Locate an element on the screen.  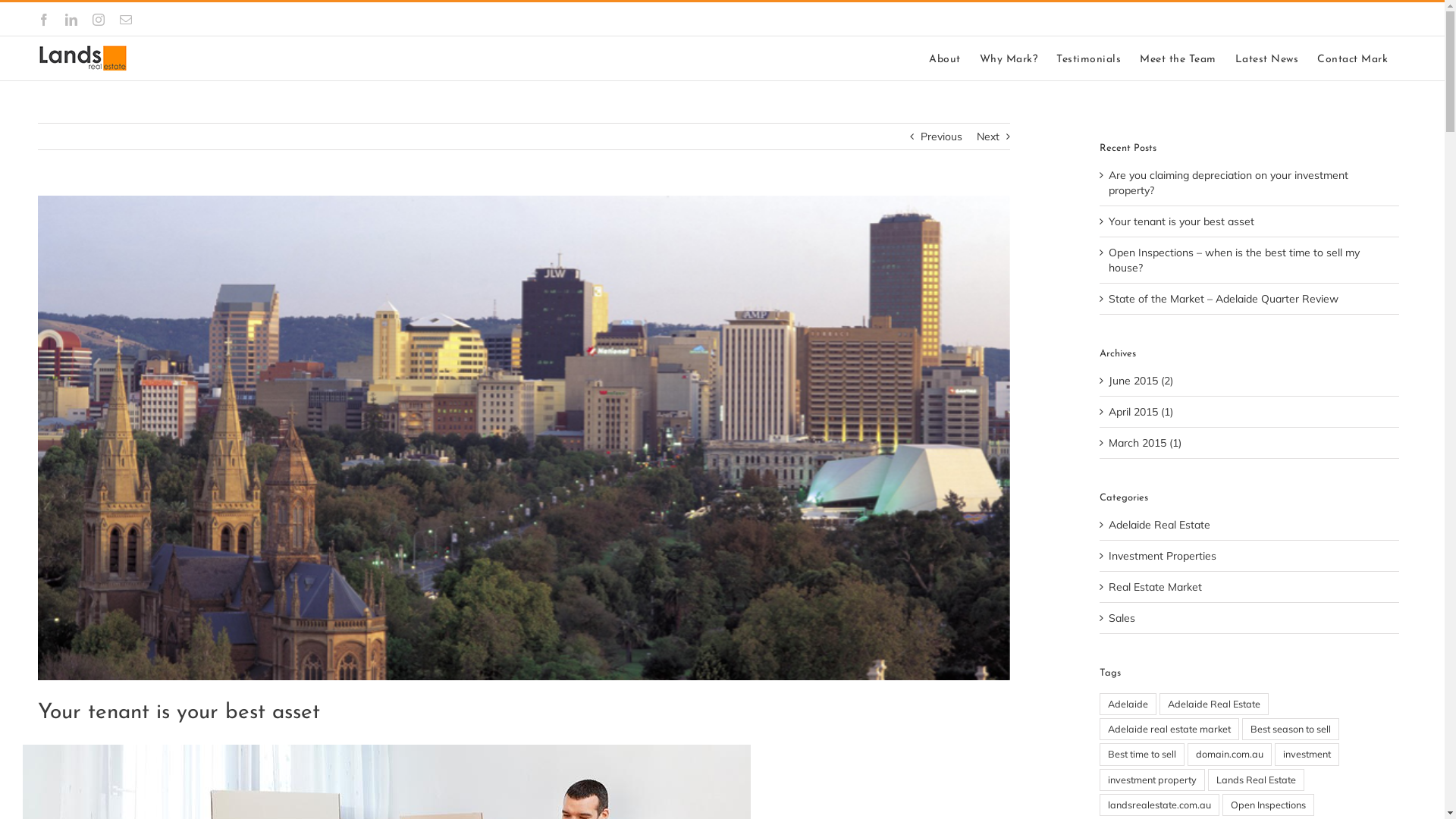
'investment property' is located at coordinates (1152, 780).